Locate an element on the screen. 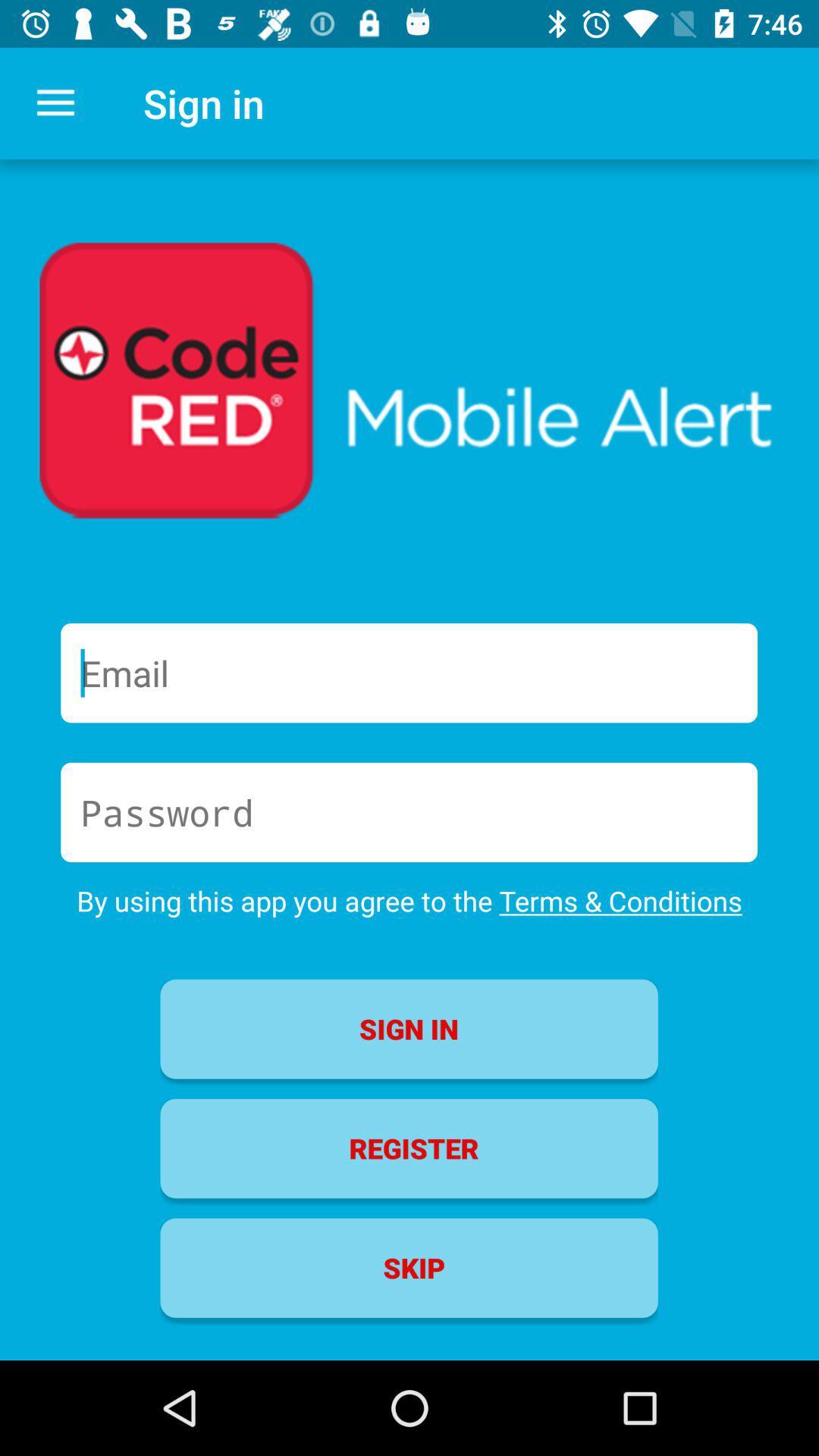  the item to the left of sign in is located at coordinates (55, 102).